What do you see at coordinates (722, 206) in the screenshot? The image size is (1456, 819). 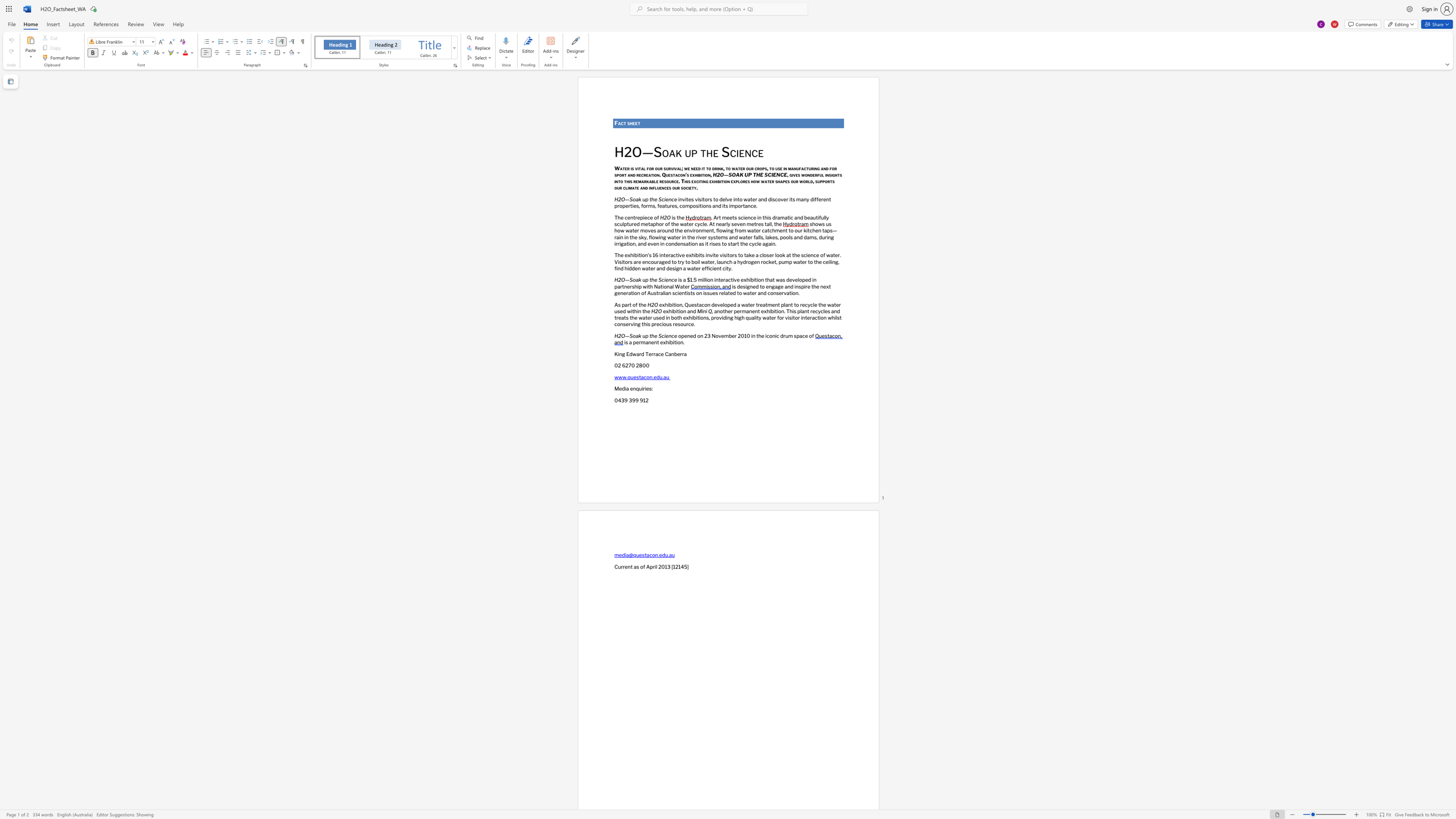 I see `the subset text "its importan" within the text "and its importance."` at bounding box center [722, 206].